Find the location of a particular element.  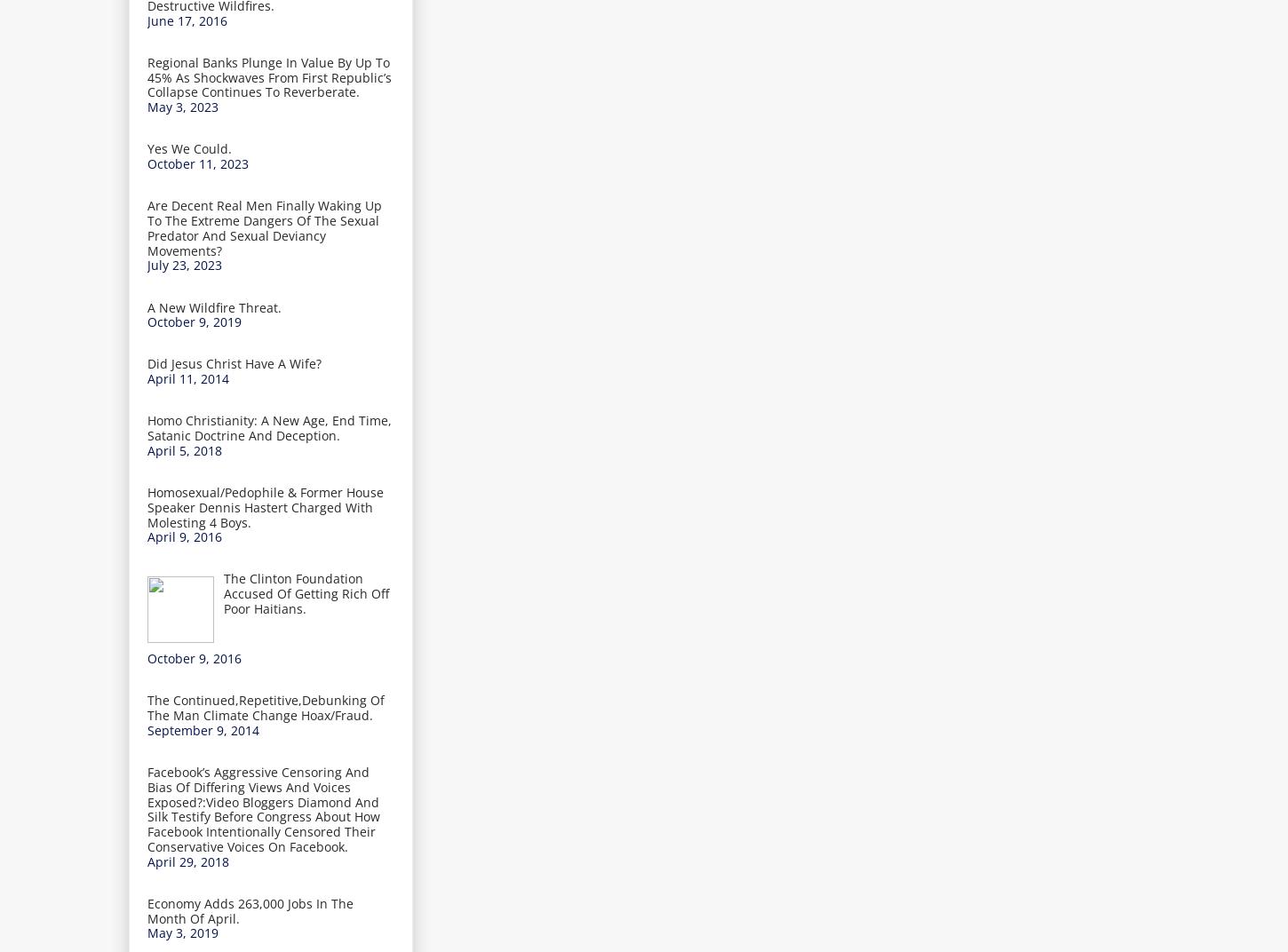

'Are Decent Real Men Finally Waking Up To The Extreme Dangers Of The Sexual Predator And Sexual Deviancy Movements?' is located at coordinates (264, 227).